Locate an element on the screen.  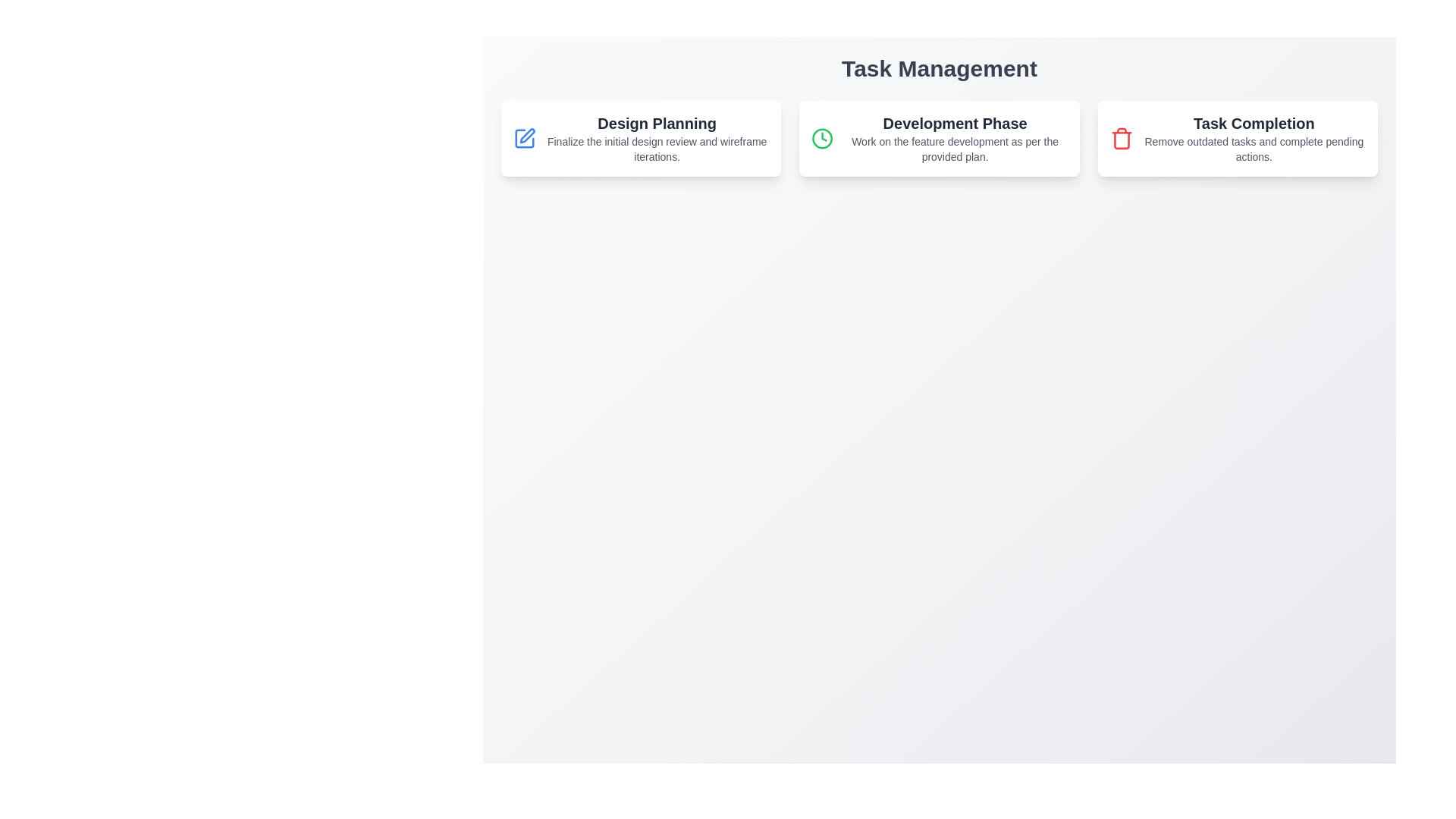
the 'Edit' or 'Modify' icon associated with the 'Design Planning' task located at the top left of the 'Design Planning' card is located at coordinates (524, 138).